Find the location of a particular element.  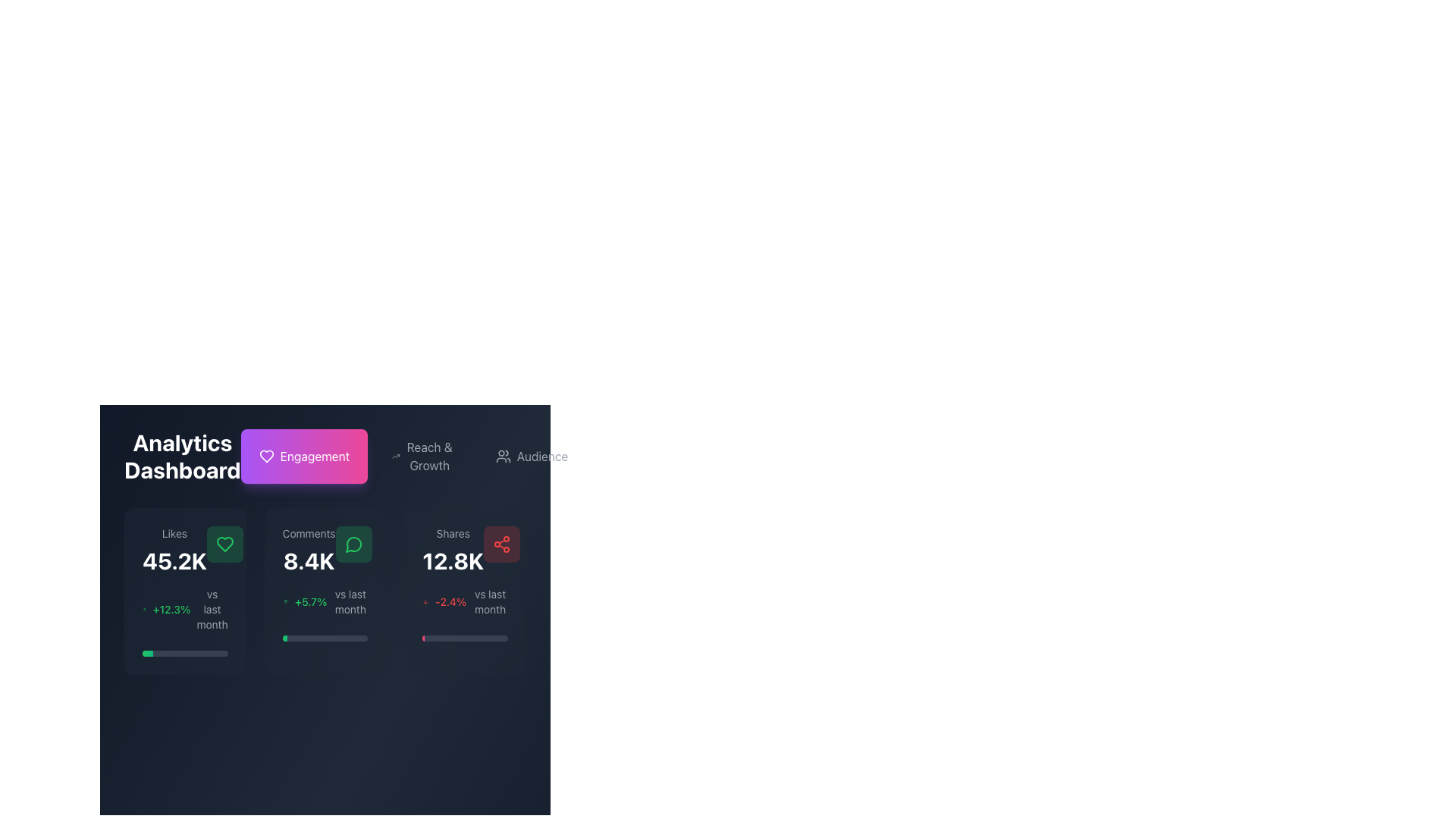

the Progress Bar located at the bottom of the 'Comments' section, below the numeric value '8.4K' and the growth rate '+5.7% vs last month' is located at coordinates (324, 638).